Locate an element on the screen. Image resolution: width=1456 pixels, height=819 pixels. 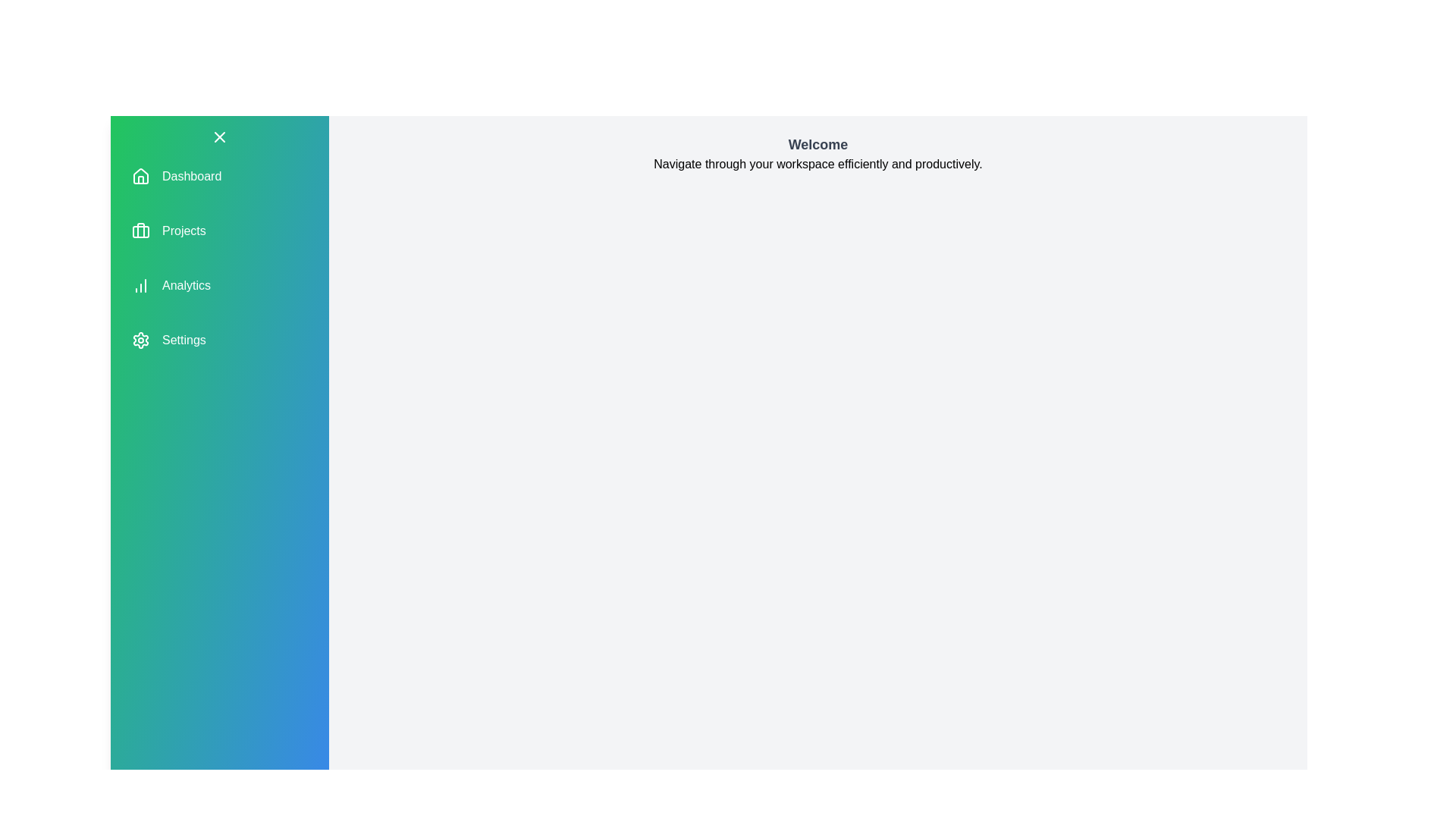
the toggle button to open or close the navigation drawer is located at coordinates (218, 137).